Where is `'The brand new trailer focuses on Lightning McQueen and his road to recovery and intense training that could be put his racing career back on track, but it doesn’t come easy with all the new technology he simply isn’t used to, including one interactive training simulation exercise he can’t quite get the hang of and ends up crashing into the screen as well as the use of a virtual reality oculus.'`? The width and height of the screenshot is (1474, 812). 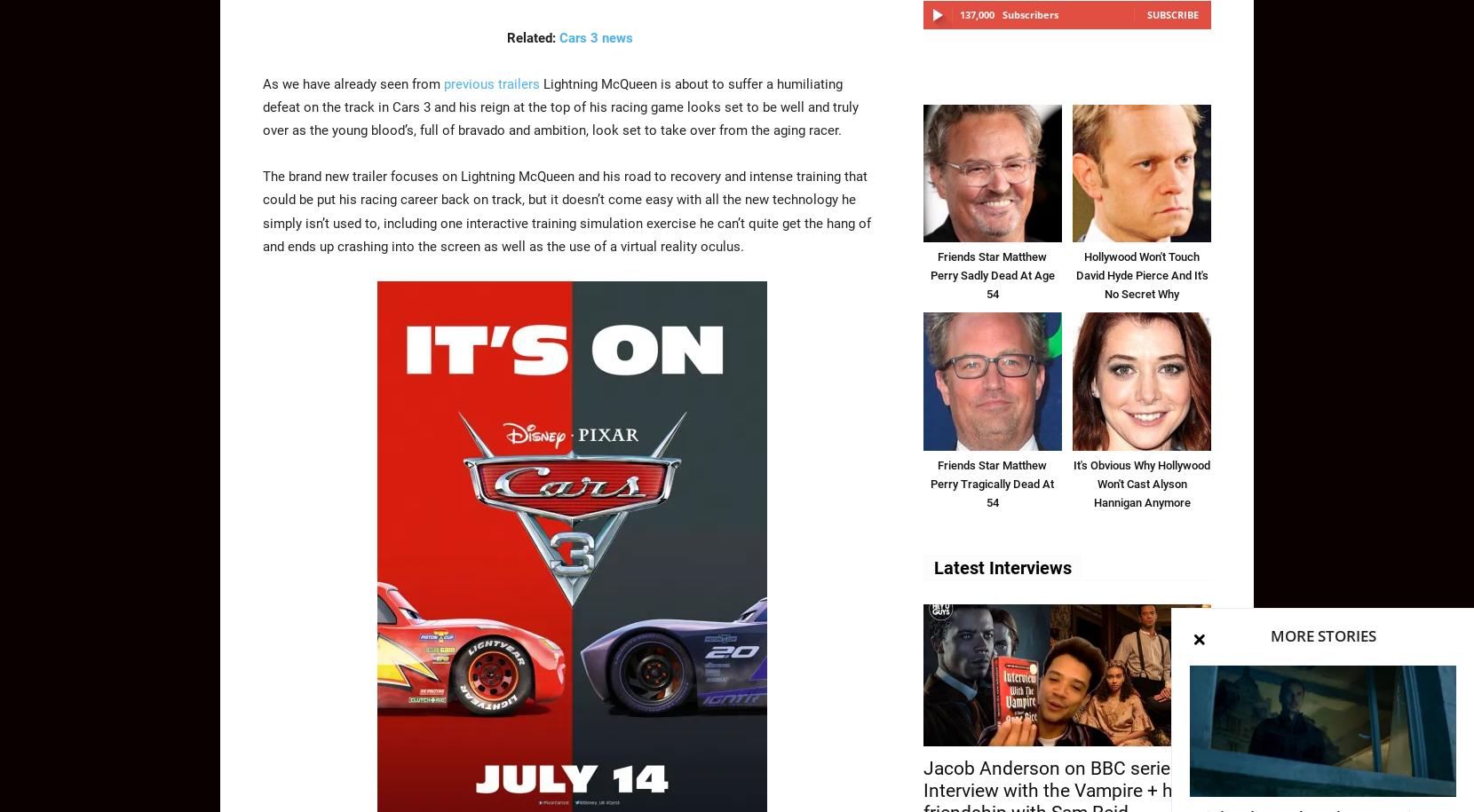
'The brand new trailer focuses on Lightning McQueen and his road to recovery and intense training that could be put his racing career back on track, but it doesn’t come easy with all the new technology he simply isn’t used to, including one interactive training simulation exercise he can’t quite get the hang of and ends up crashing into the screen as well as the use of a virtual reality oculus.' is located at coordinates (566, 210).